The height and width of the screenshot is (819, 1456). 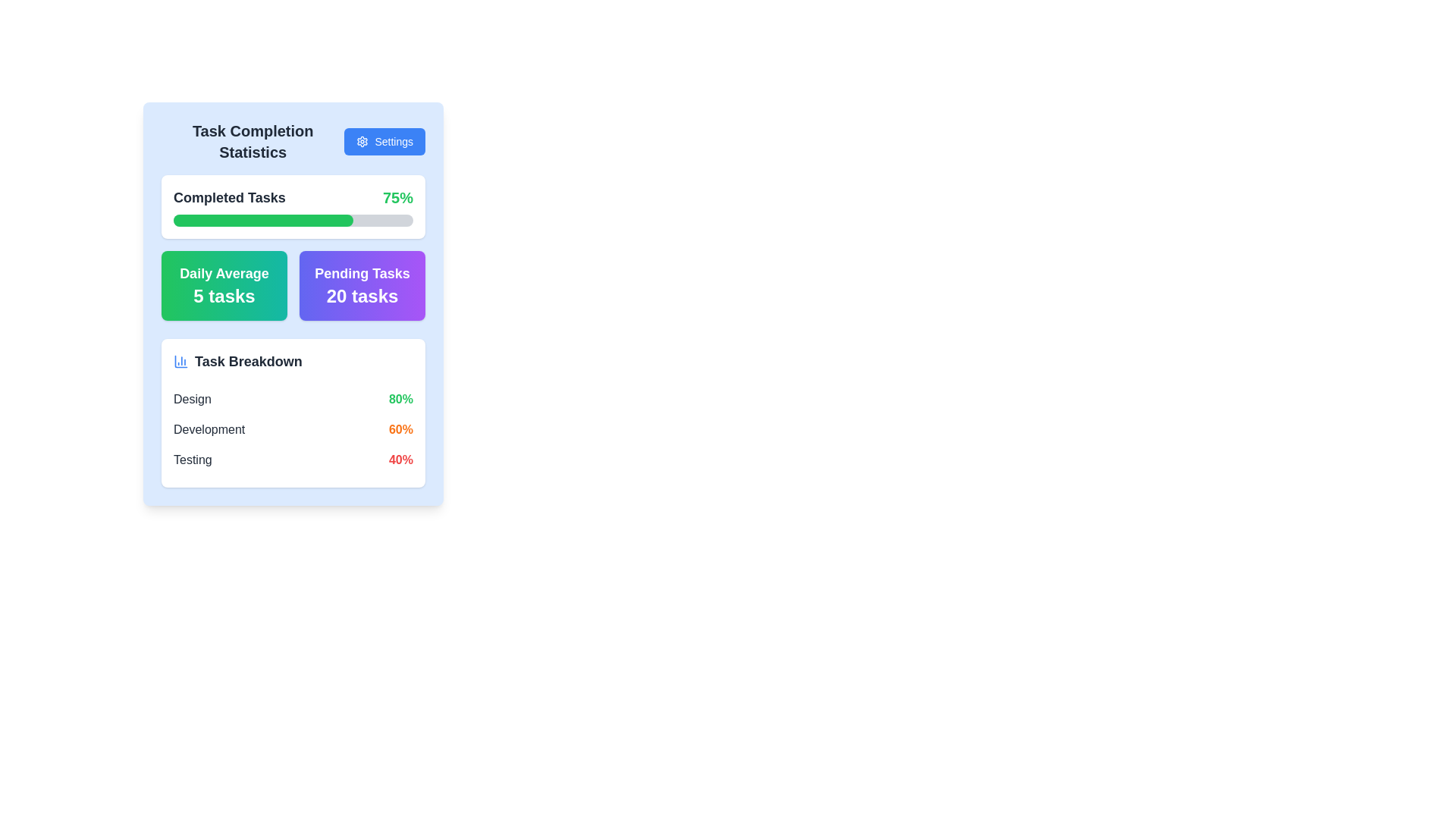 What do you see at coordinates (362, 141) in the screenshot?
I see `the settings cogwheel icon located at the top-right corner of the 'Task Completion Statistics' card header` at bounding box center [362, 141].